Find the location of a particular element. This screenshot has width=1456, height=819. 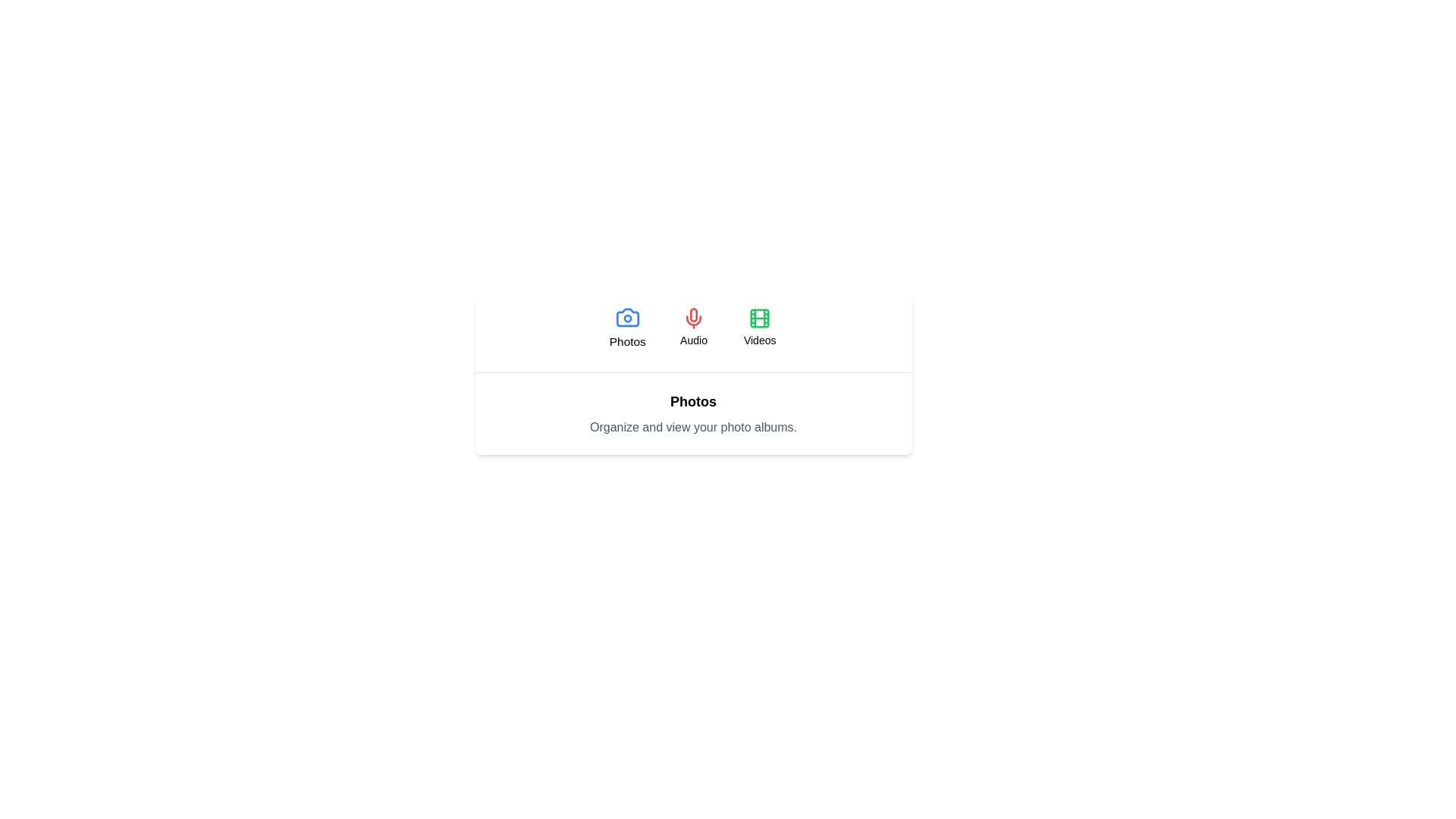

the Videos tab is located at coordinates (760, 327).